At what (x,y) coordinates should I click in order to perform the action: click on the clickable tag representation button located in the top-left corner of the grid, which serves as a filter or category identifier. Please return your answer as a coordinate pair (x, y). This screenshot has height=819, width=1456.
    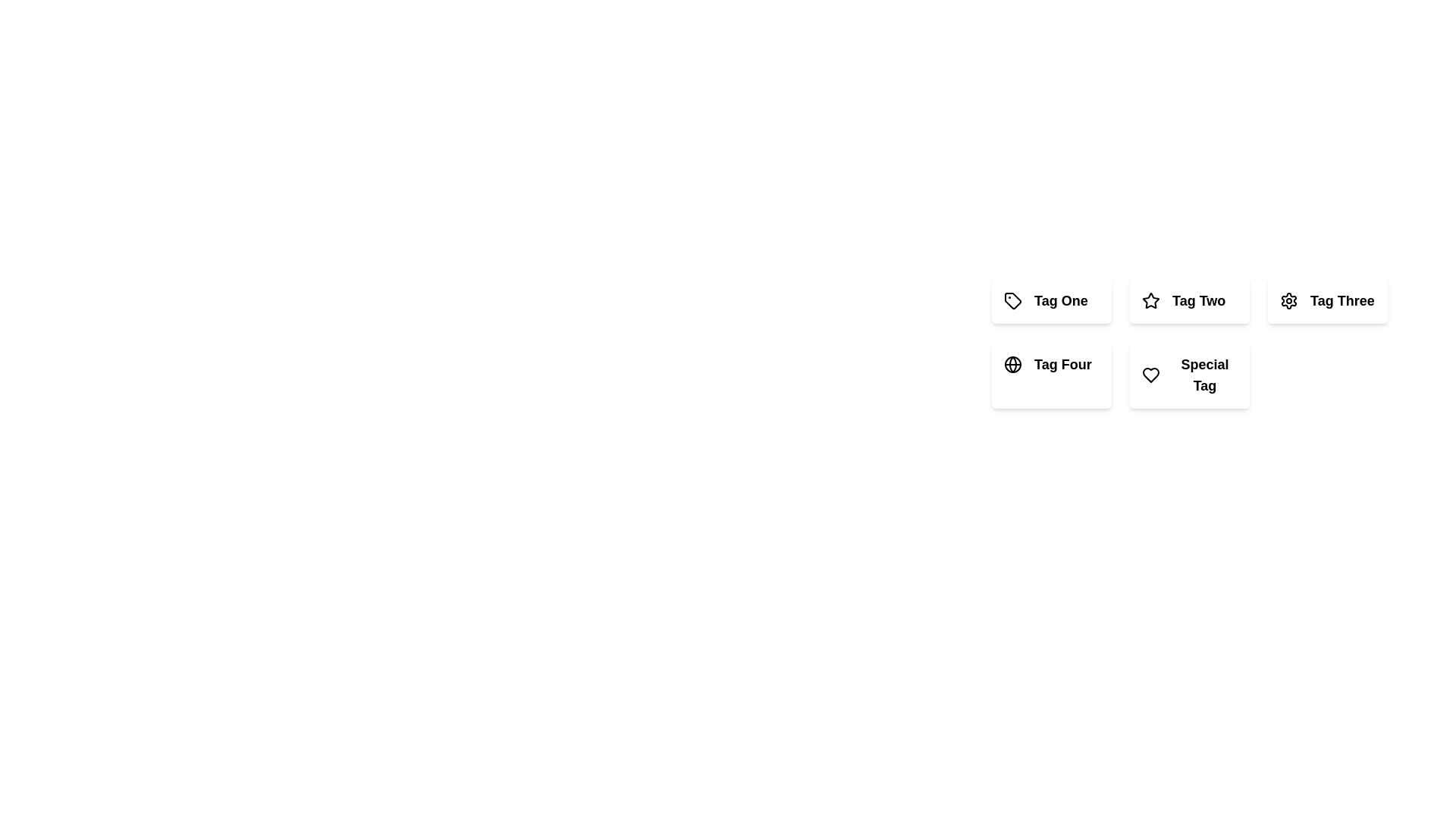
    Looking at the image, I should click on (1051, 301).